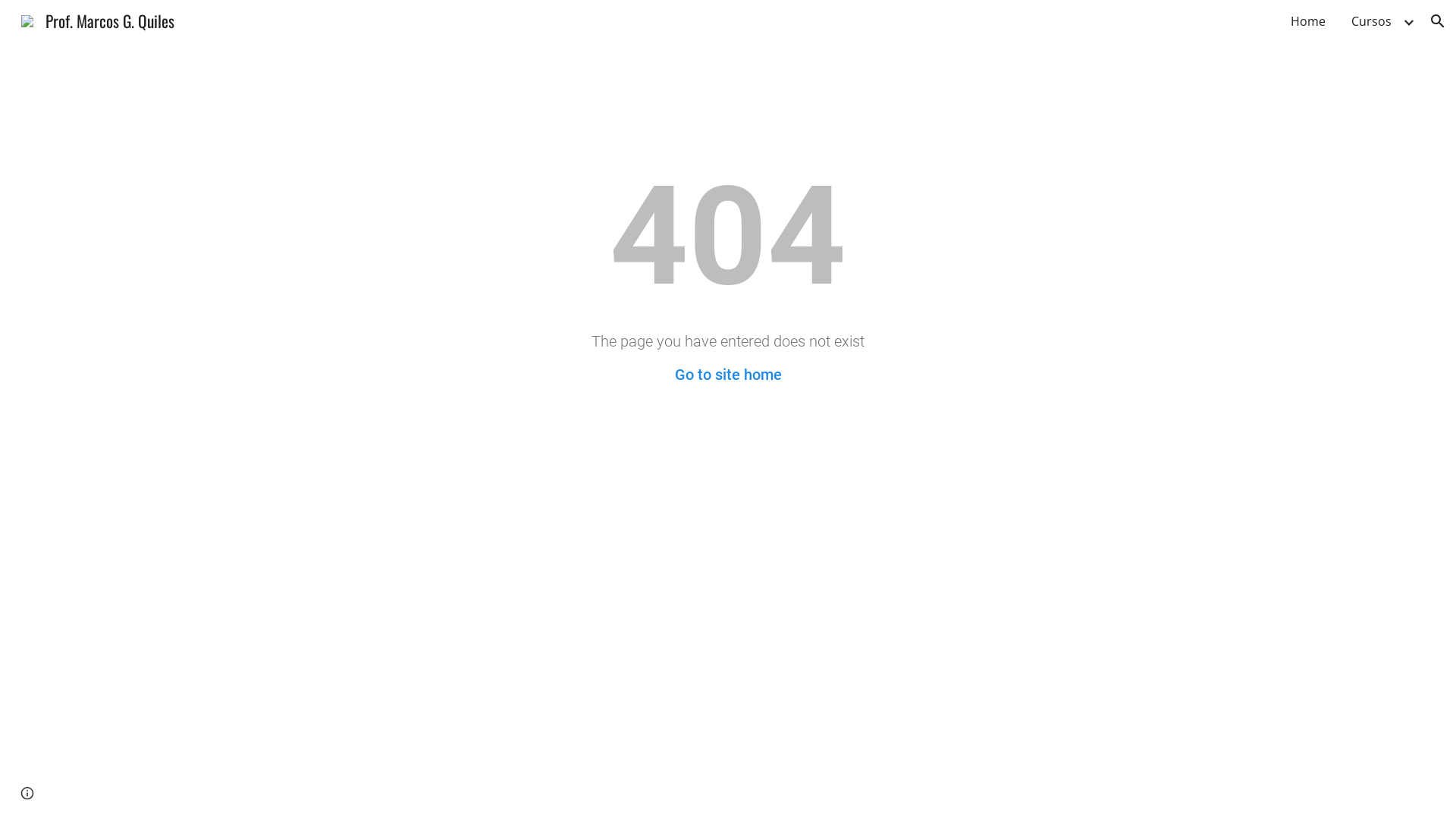 Image resolution: width=1456 pixels, height=819 pixels. Describe the element at coordinates (728, 374) in the screenshot. I see `'Go to site home'` at that location.